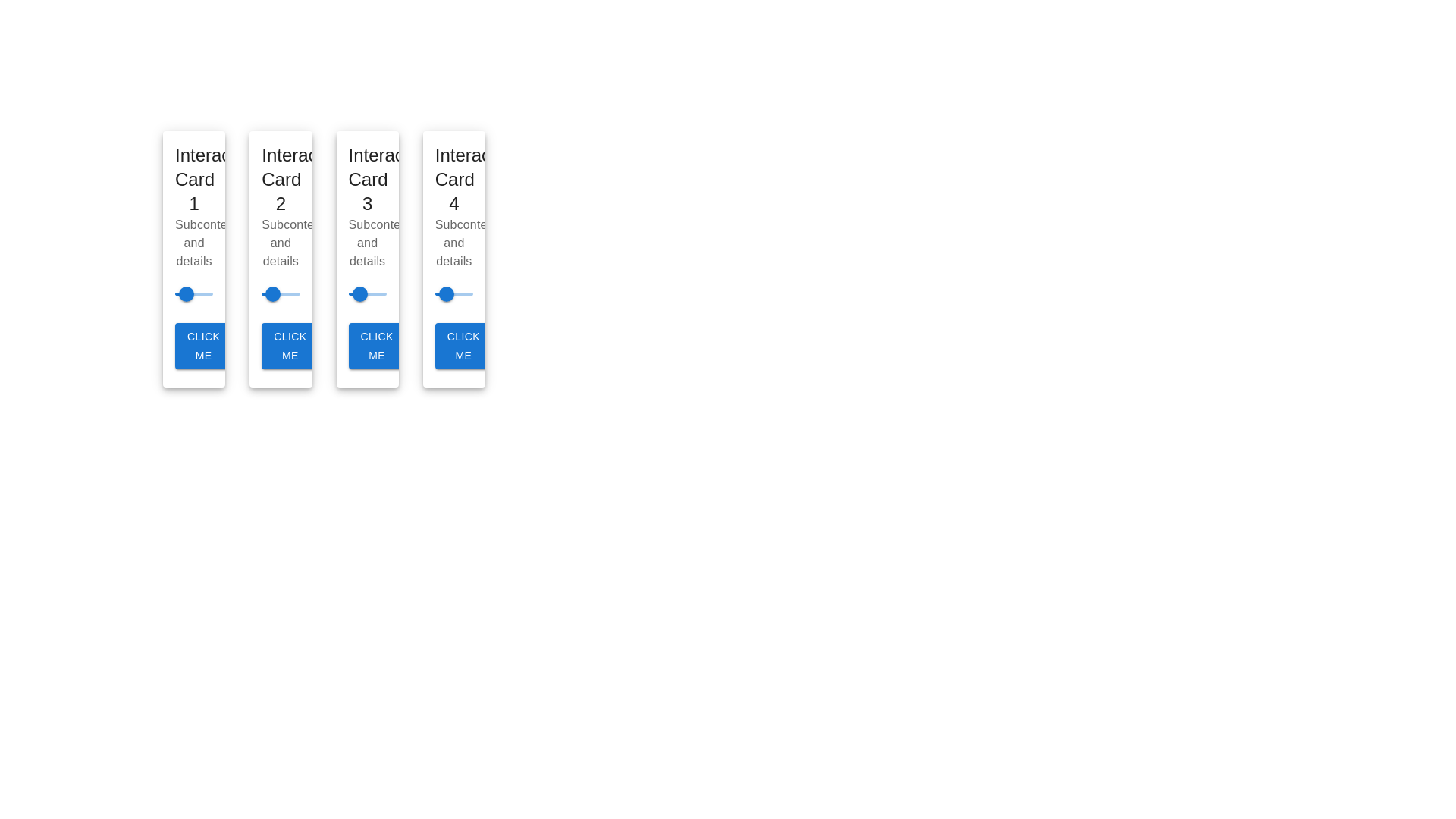 The image size is (1456, 819). I want to click on the horizontal slider track located within the second card below the title 'Interact Card 2', so click(267, 294).